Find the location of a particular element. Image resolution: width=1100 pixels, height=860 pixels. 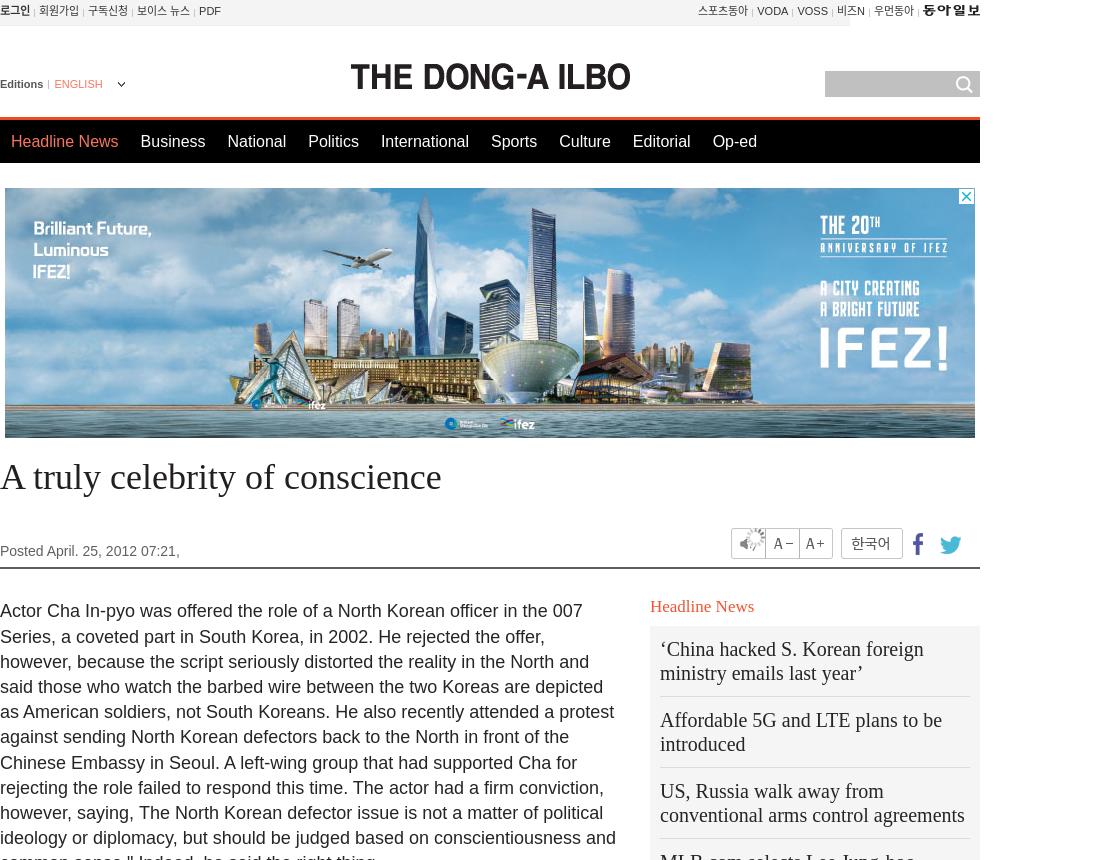

'Sports' is located at coordinates (490, 141).